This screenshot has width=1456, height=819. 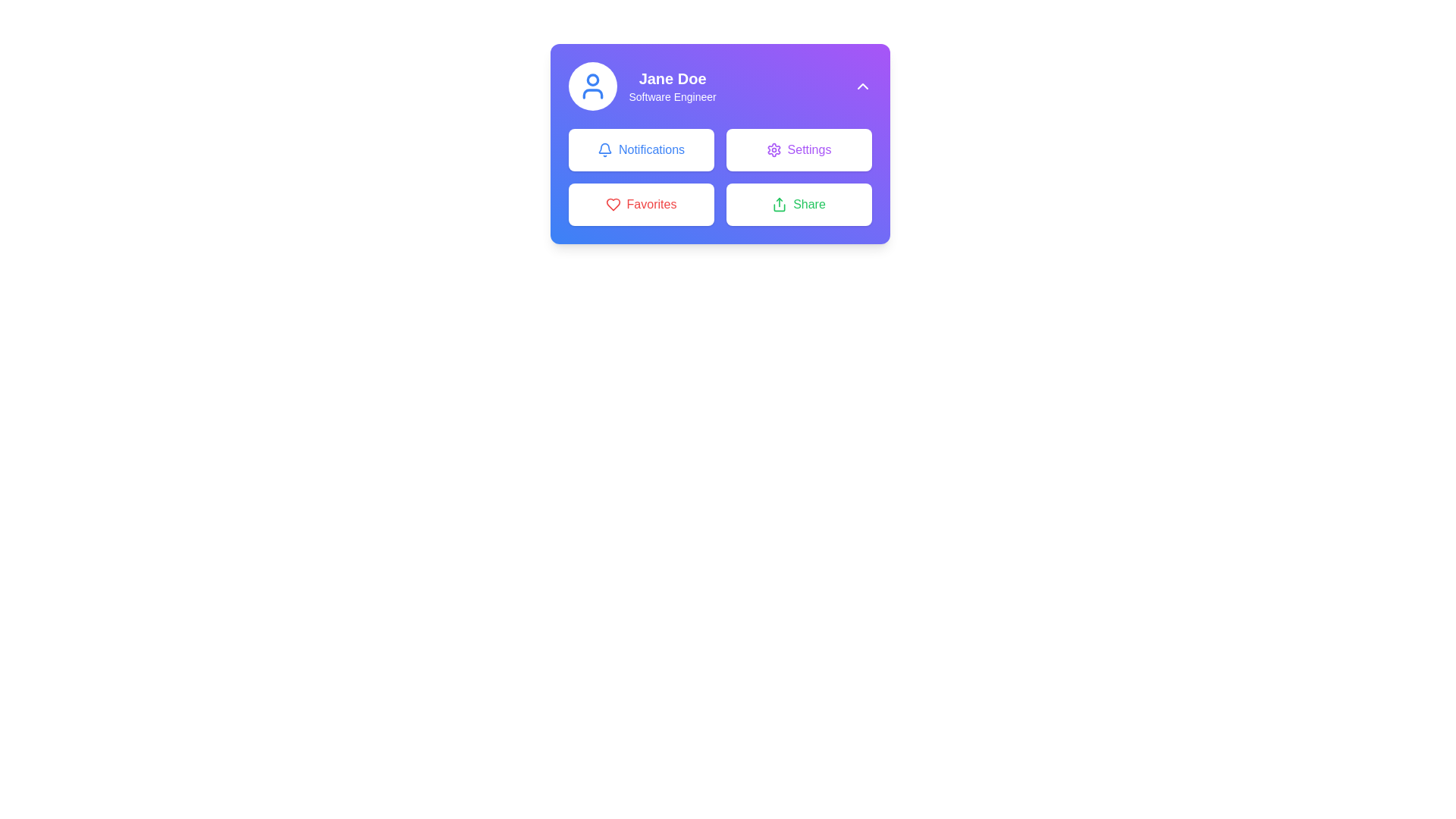 What do you see at coordinates (862, 86) in the screenshot?
I see `the chevron icon located in the top-right corner above the user profile information` at bounding box center [862, 86].